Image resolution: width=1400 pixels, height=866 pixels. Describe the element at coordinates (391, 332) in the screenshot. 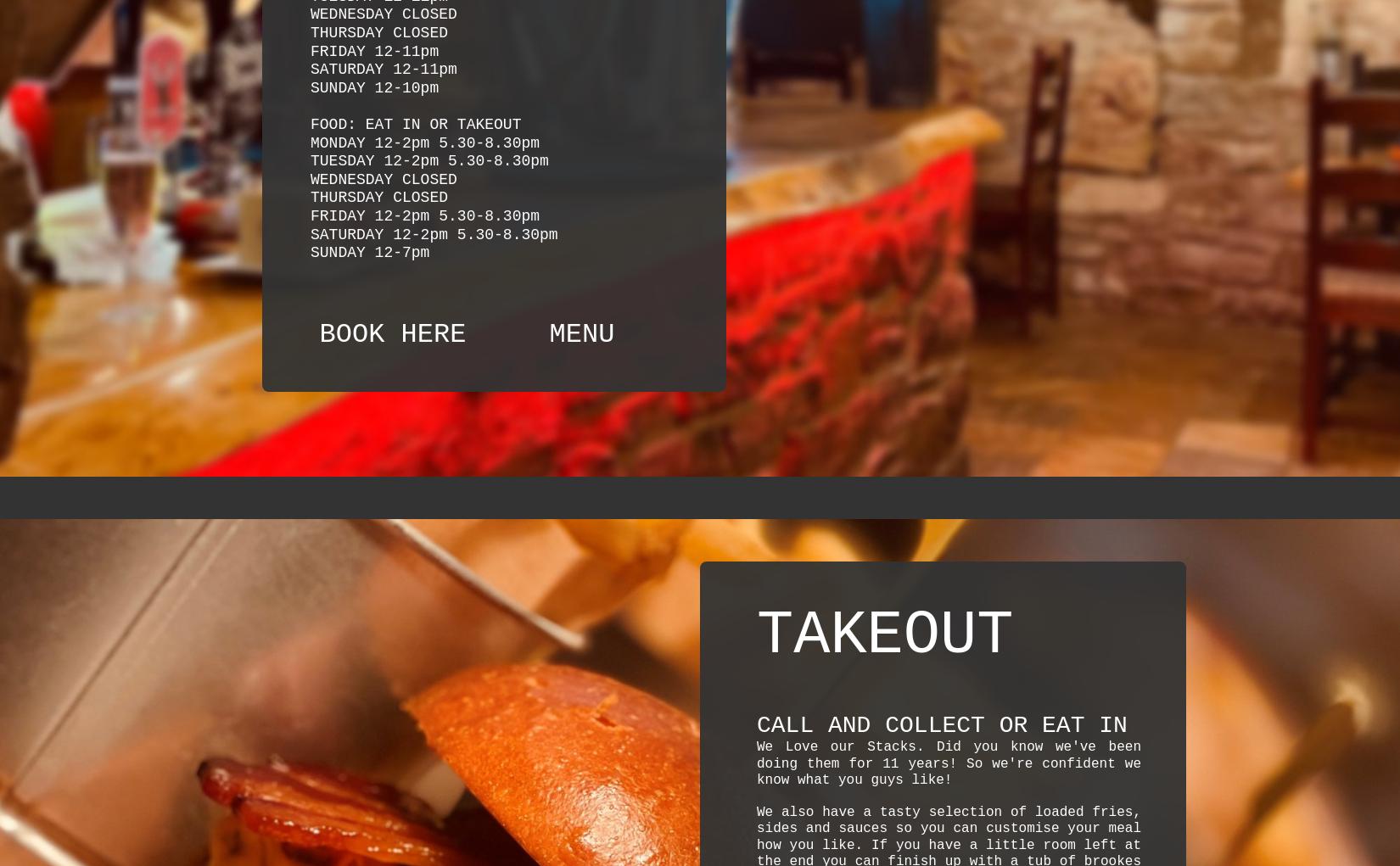

I see `'BOOK HERE'` at that location.